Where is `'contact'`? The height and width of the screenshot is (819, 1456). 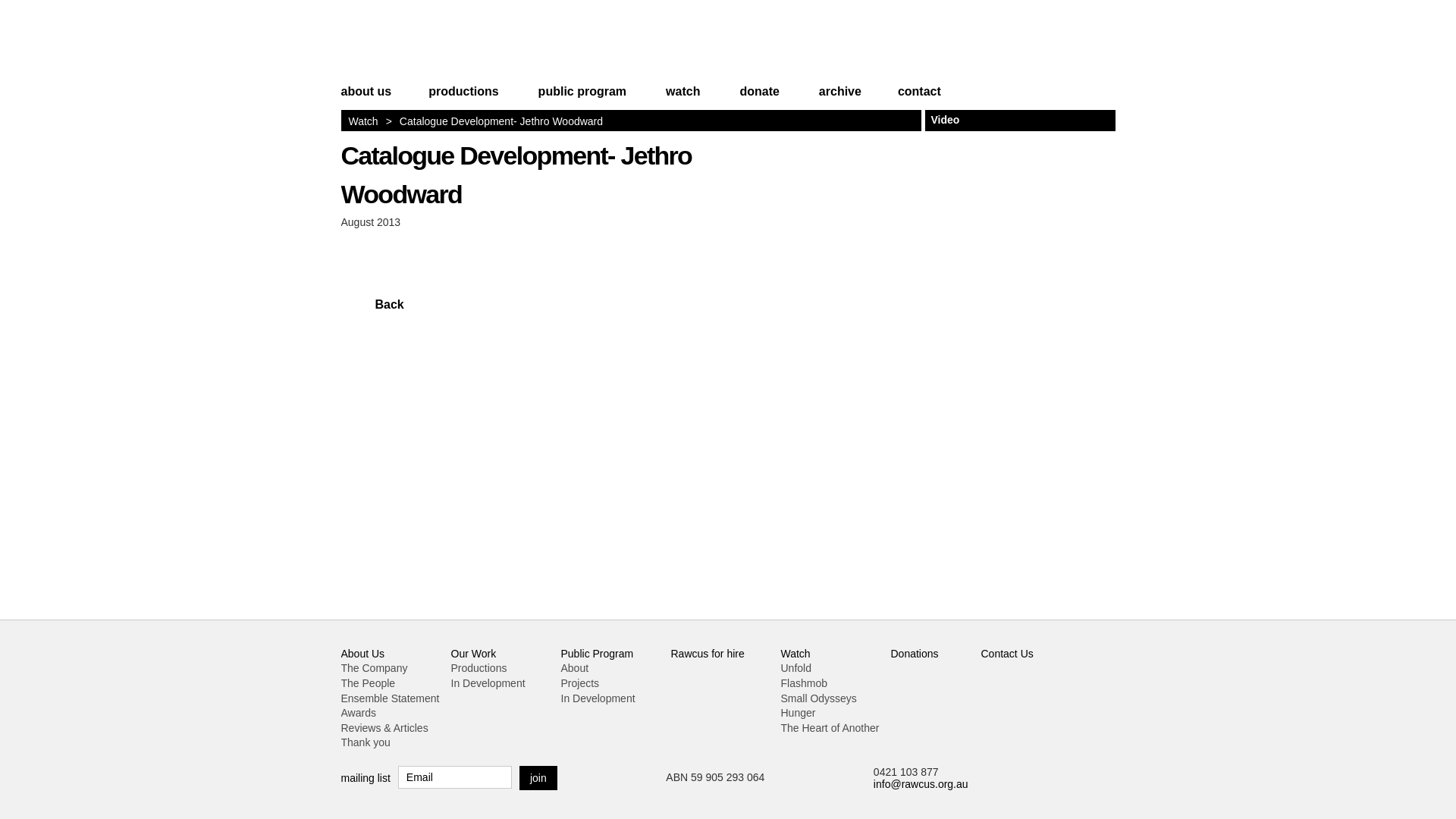
'contact' is located at coordinates (910, 98).